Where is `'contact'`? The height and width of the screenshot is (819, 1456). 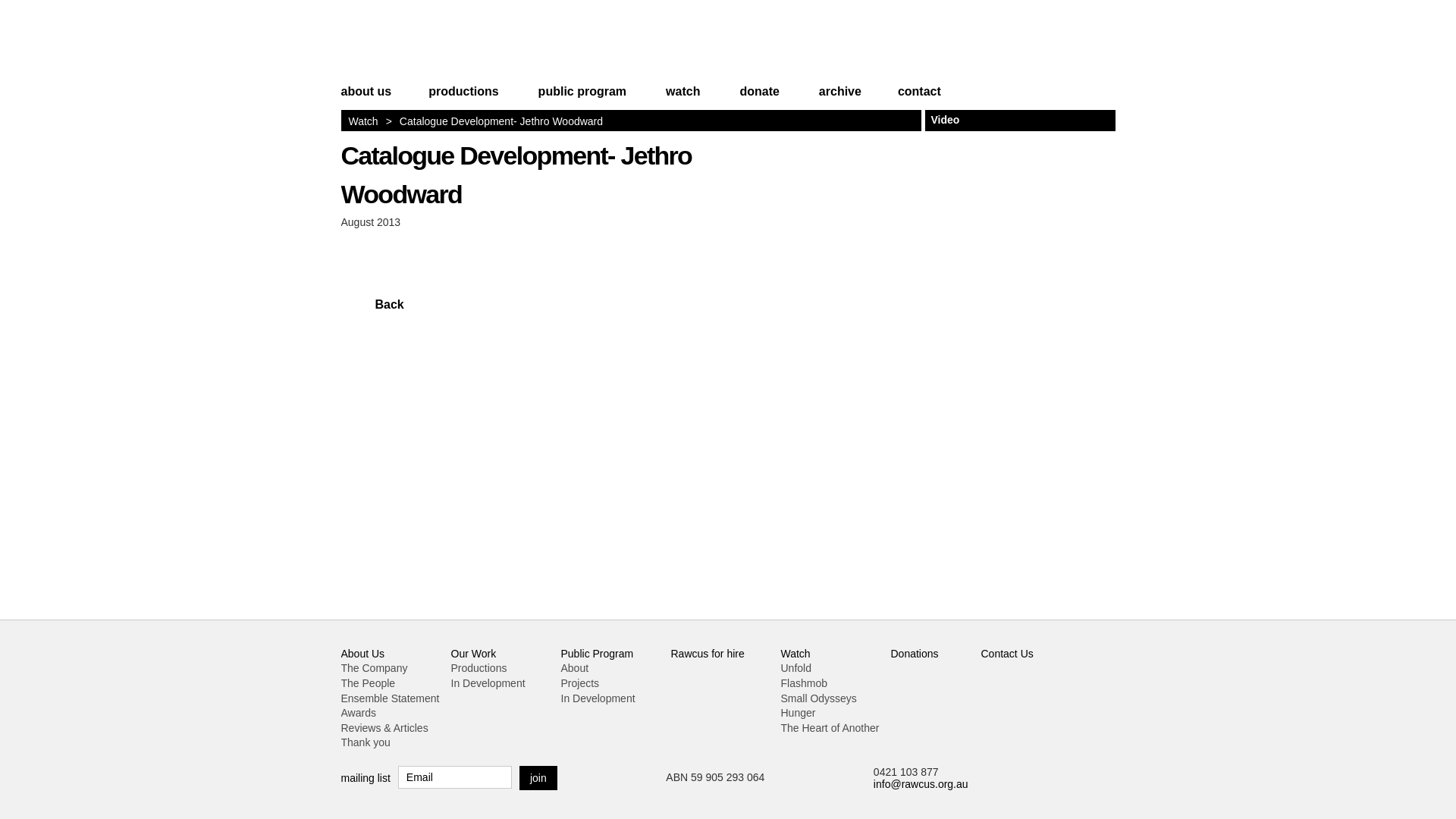
'contact' is located at coordinates (910, 98).